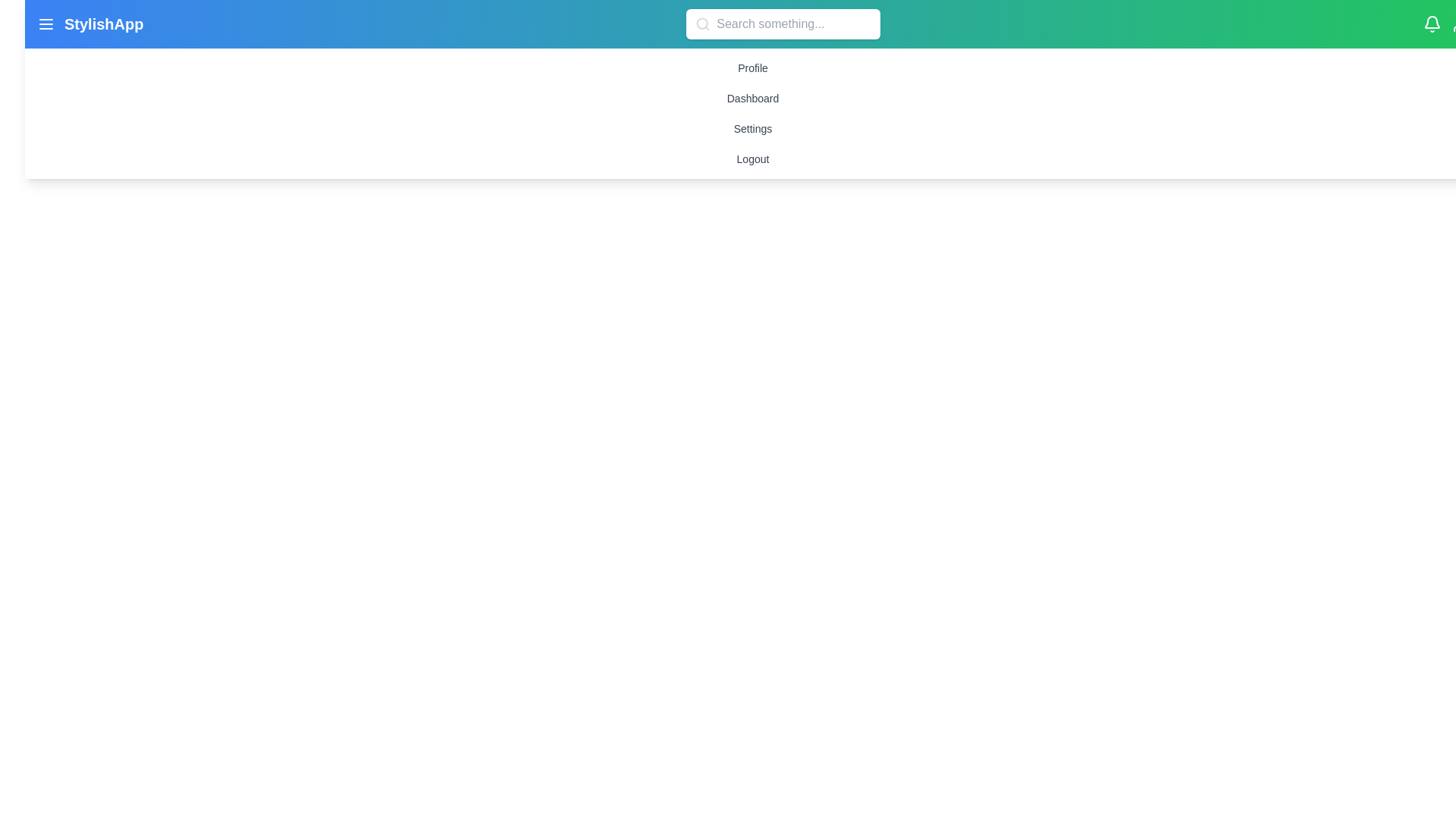  I want to click on the Notification Bell Icon, which is a white bell icon located at the far right of the header, so click(1431, 24).